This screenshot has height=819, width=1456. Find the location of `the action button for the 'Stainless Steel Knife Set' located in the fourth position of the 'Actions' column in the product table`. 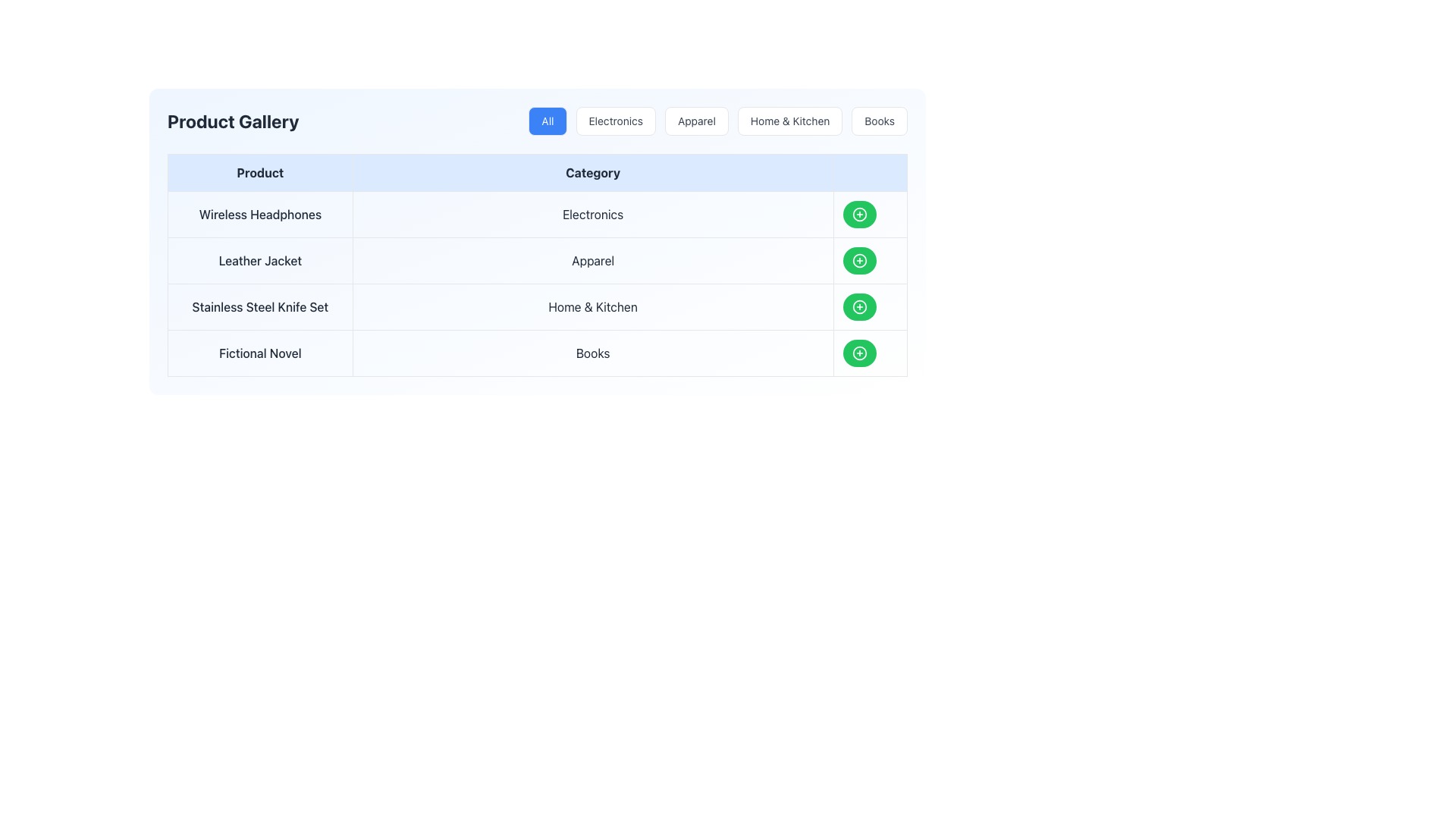

the action button for the 'Stainless Steel Knife Set' located in the fourth position of the 'Actions' column in the product table is located at coordinates (870, 307).